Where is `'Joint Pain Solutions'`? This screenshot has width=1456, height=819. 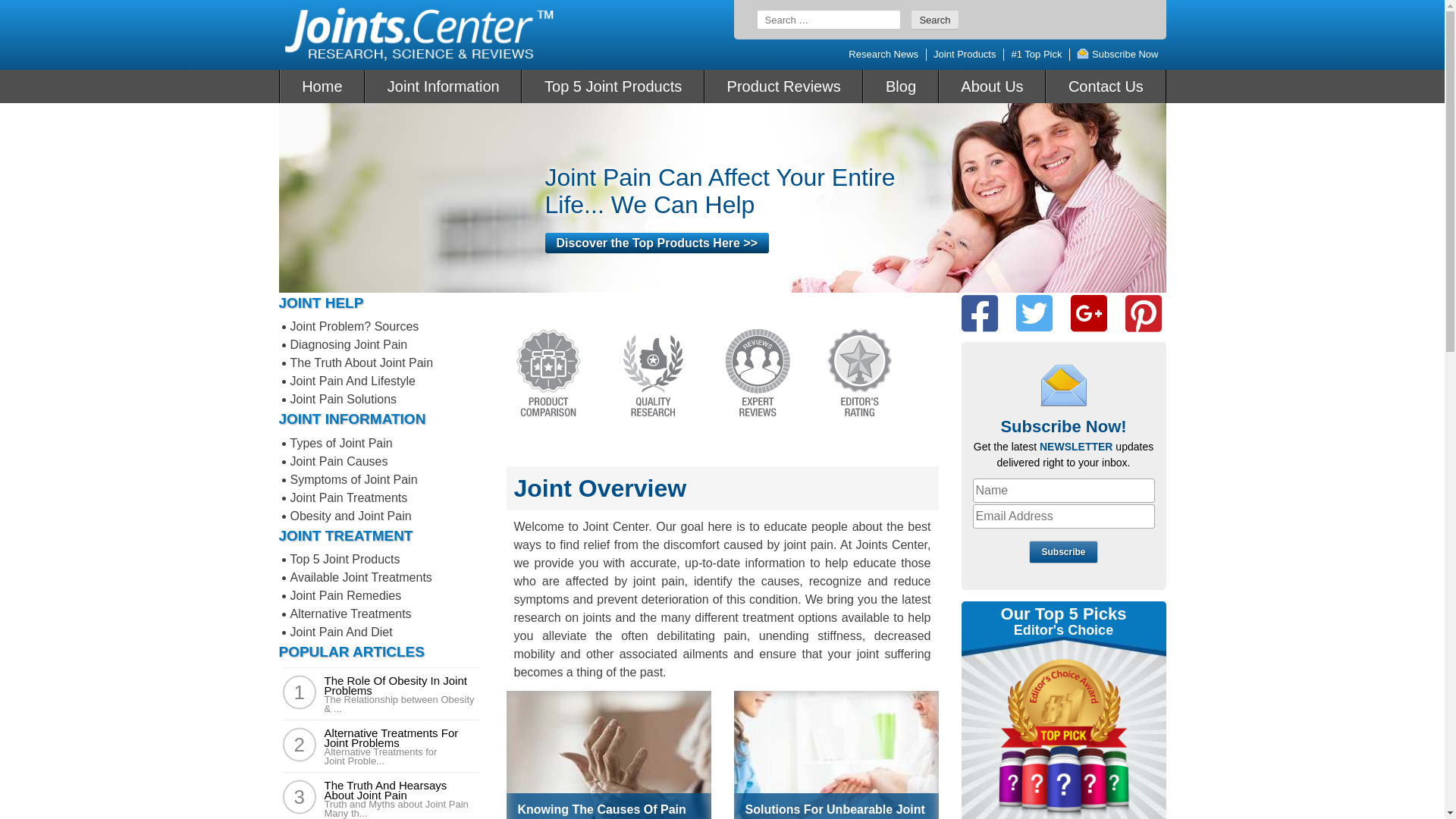 'Joint Pain Solutions' is located at coordinates (342, 398).